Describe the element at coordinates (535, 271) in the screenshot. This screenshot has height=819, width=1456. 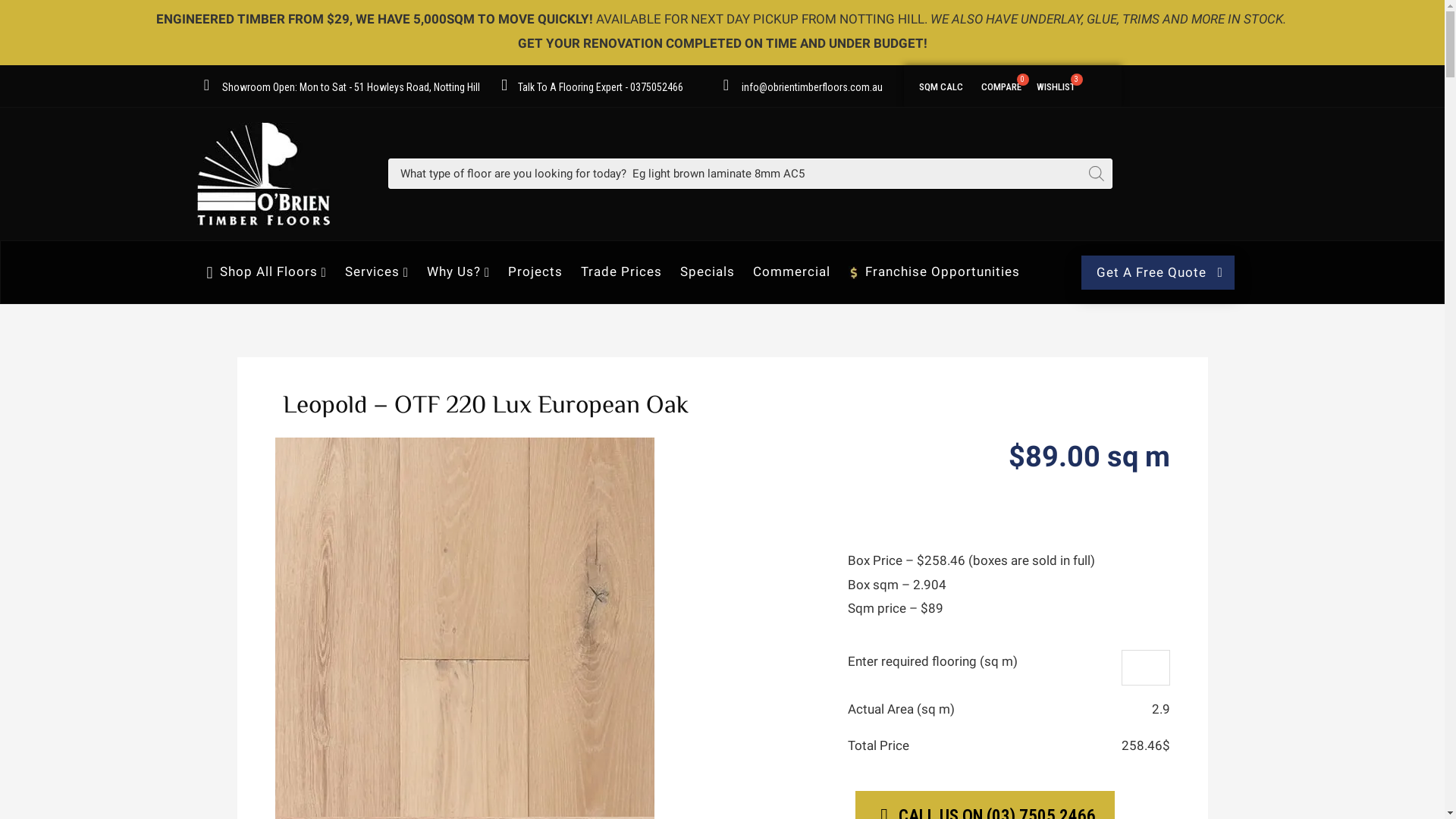
I see `'Projects'` at that location.